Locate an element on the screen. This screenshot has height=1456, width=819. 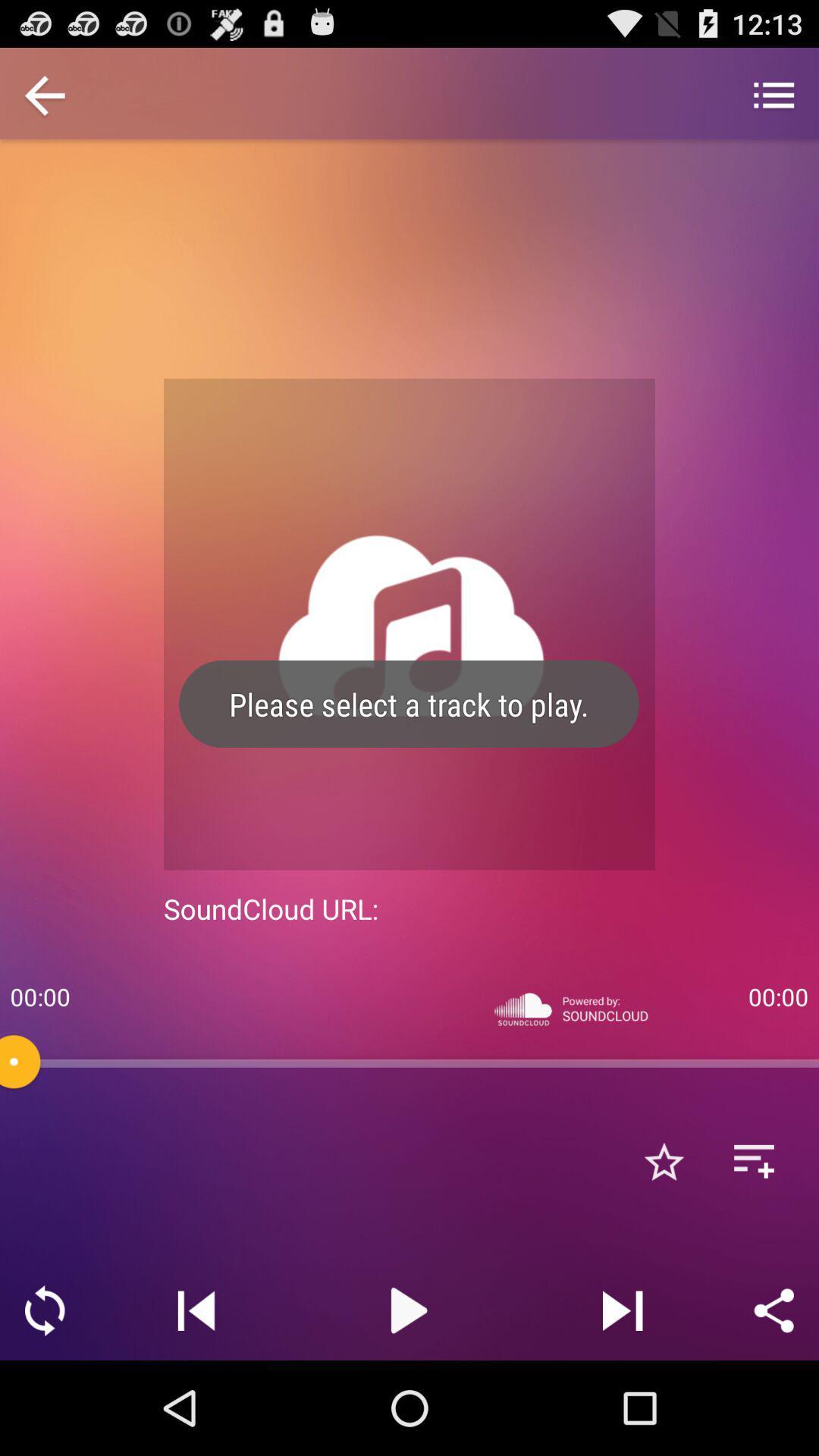
the icon above 00:00 icon is located at coordinates (44, 96).